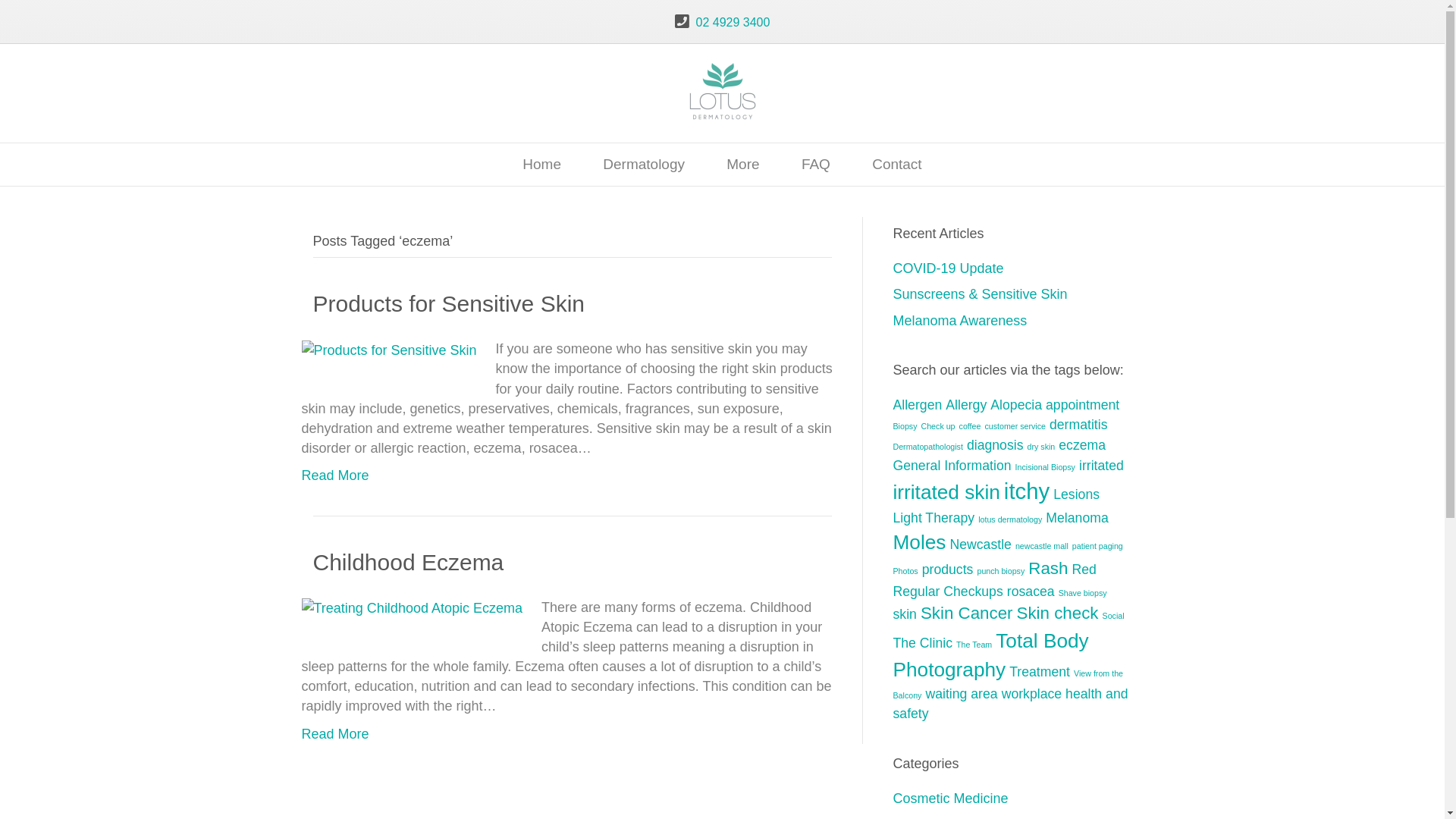  Describe the element at coordinates (1011, 704) in the screenshot. I see `'workplace health and safety'` at that location.